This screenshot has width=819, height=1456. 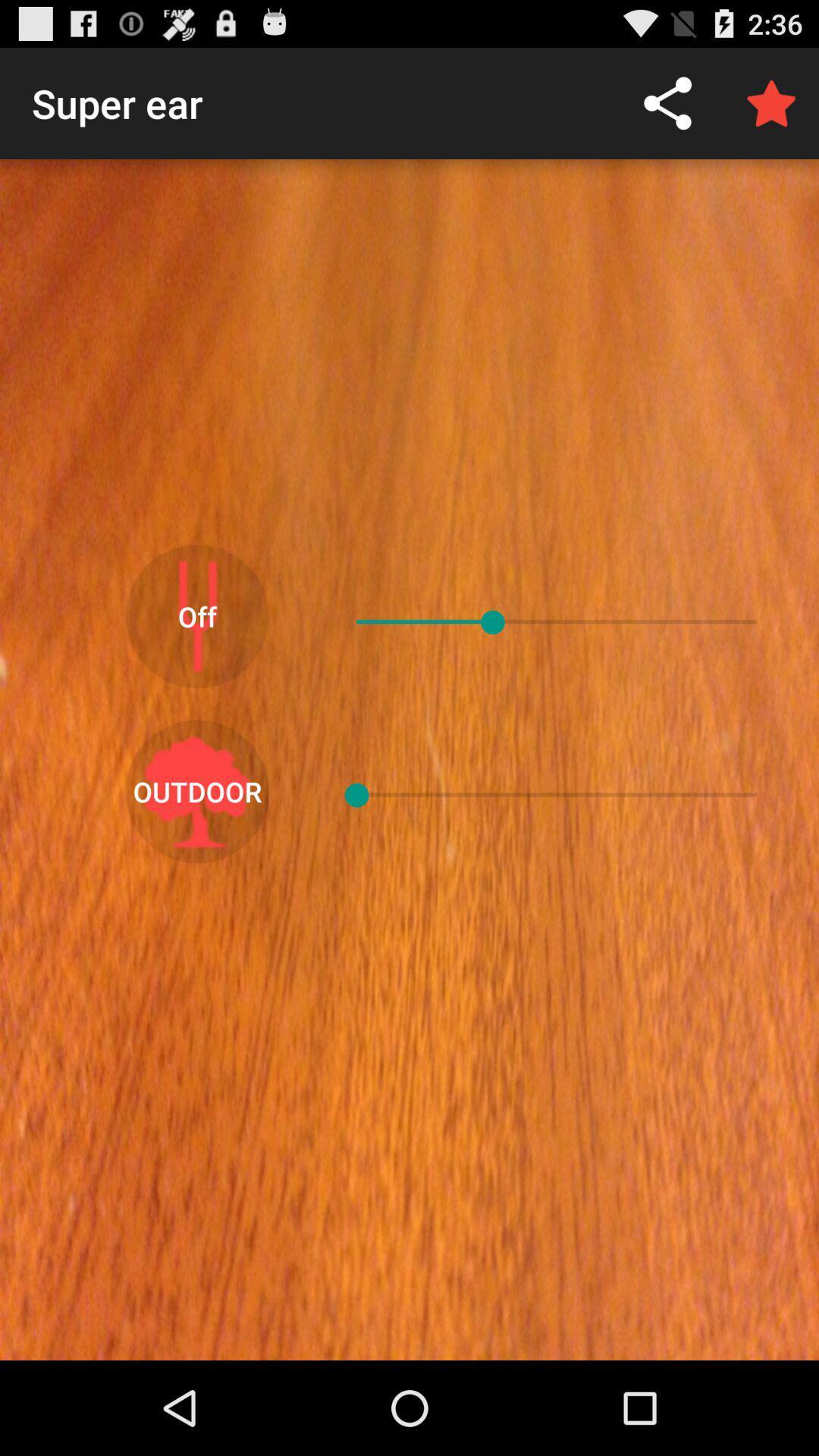 I want to click on outdoor icon, so click(x=196, y=791).